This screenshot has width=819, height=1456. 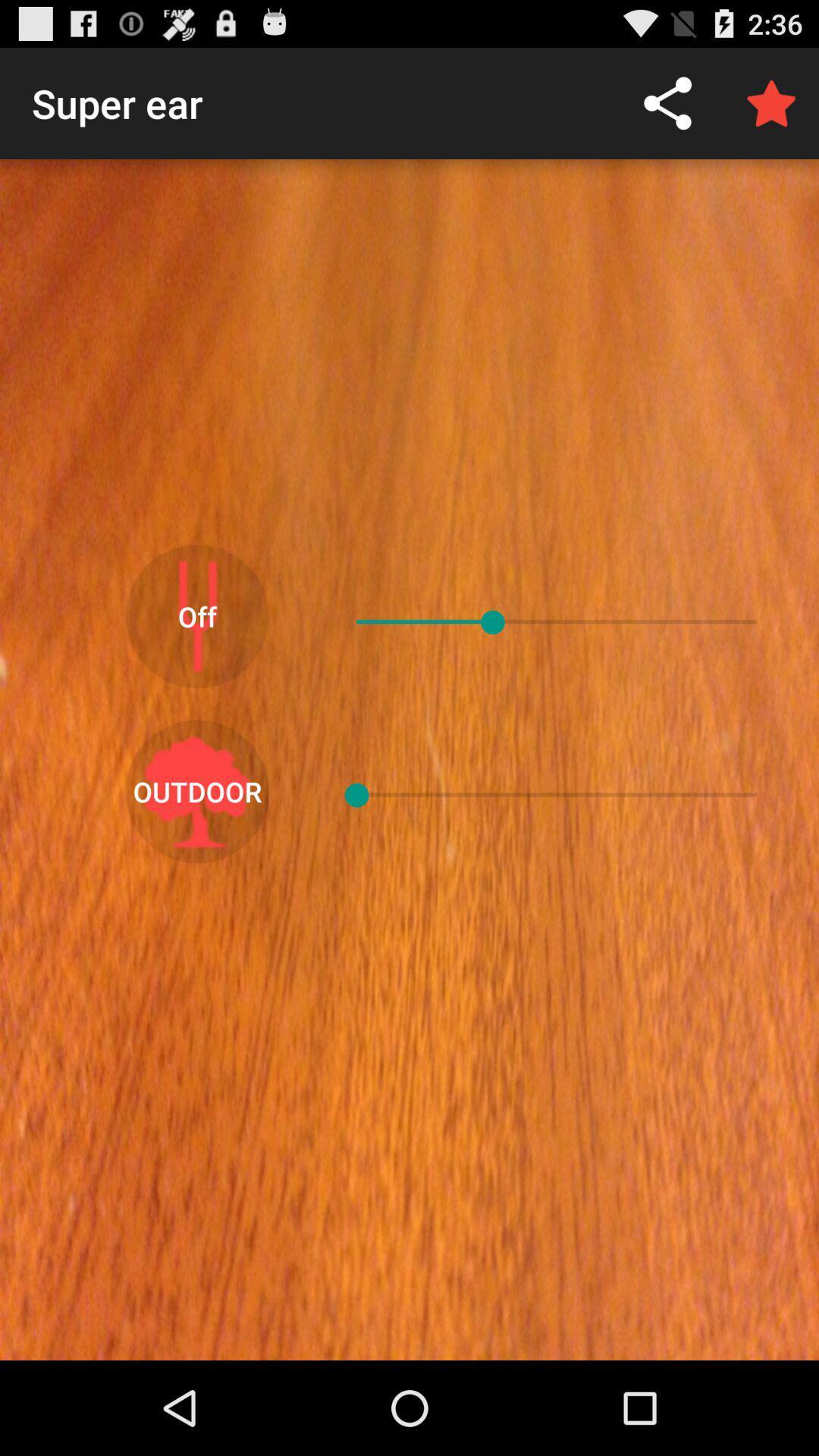 I want to click on outdoor icon, so click(x=196, y=791).